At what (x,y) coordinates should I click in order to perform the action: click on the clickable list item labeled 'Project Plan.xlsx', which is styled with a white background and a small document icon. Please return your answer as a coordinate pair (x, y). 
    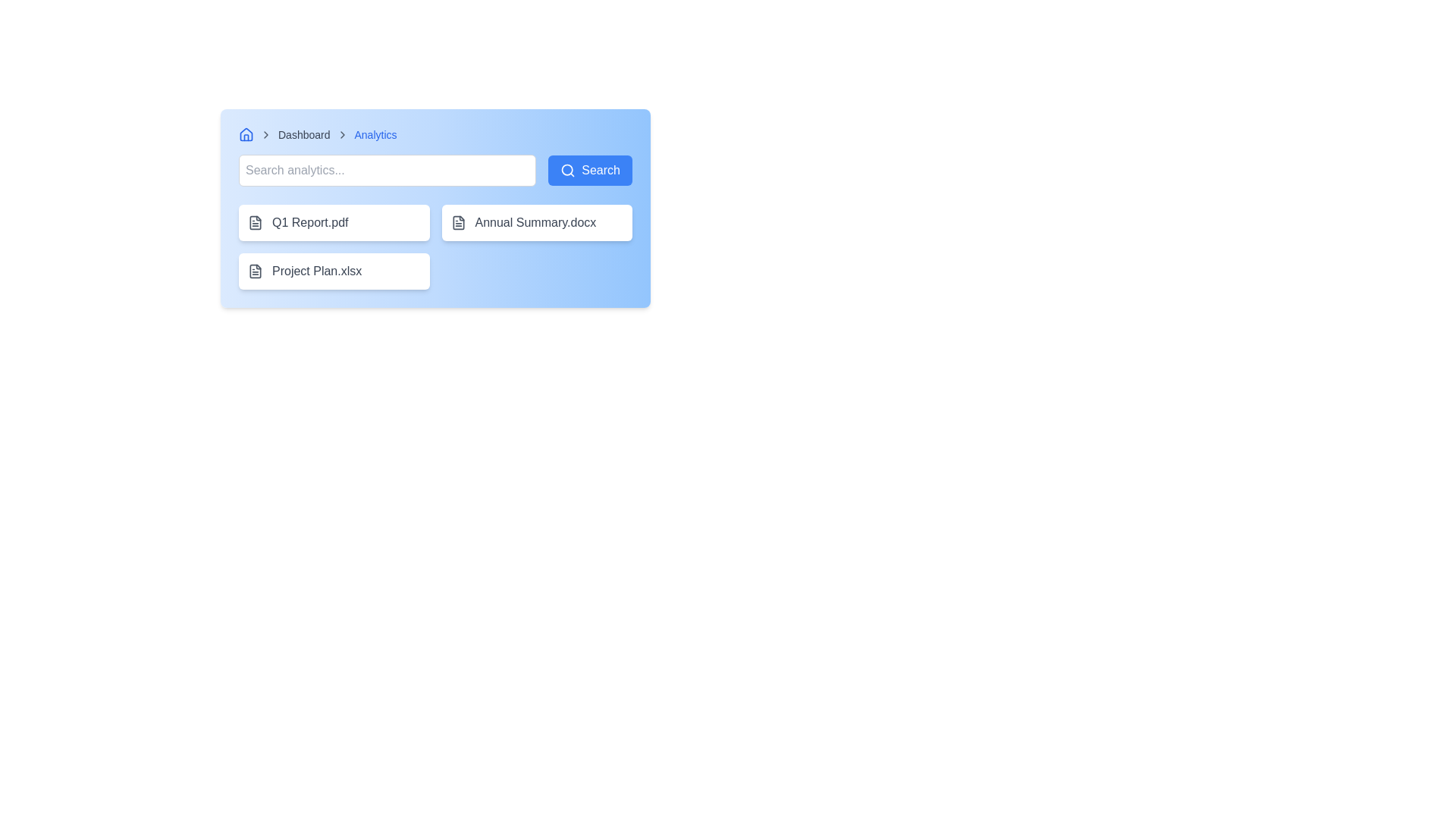
    Looking at the image, I should click on (333, 271).